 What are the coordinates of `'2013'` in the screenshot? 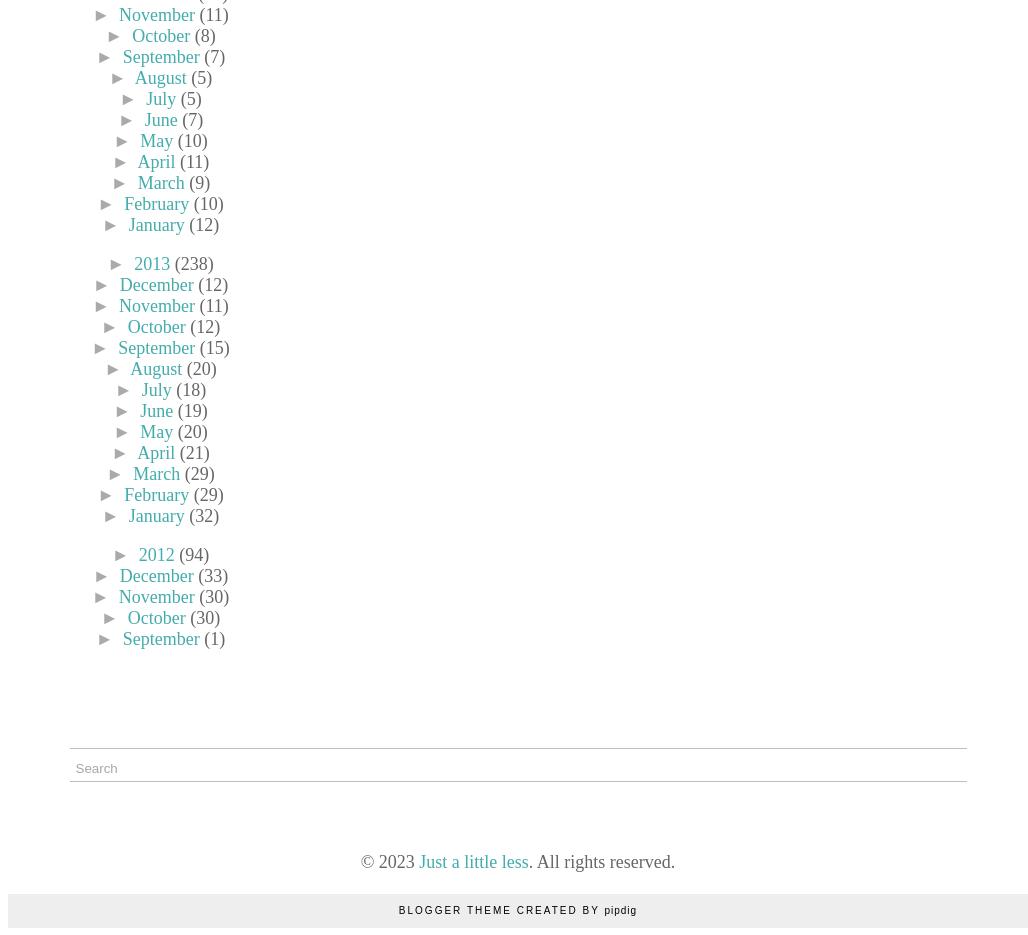 It's located at (134, 263).